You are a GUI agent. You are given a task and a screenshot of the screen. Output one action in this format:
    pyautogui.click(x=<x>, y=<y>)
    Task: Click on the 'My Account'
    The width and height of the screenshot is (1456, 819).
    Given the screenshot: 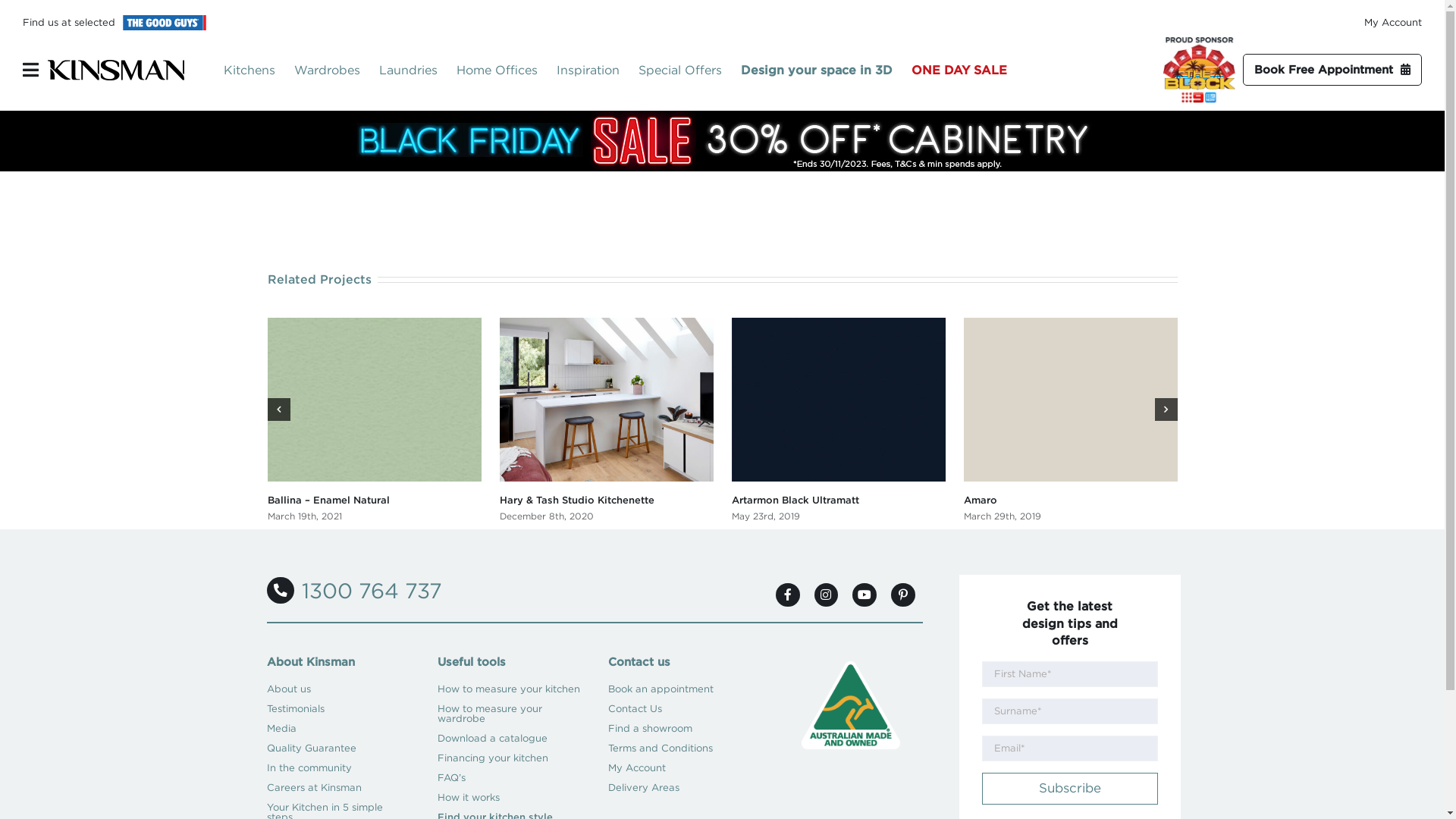 What is the action you would take?
    pyautogui.click(x=607, y=768)
    